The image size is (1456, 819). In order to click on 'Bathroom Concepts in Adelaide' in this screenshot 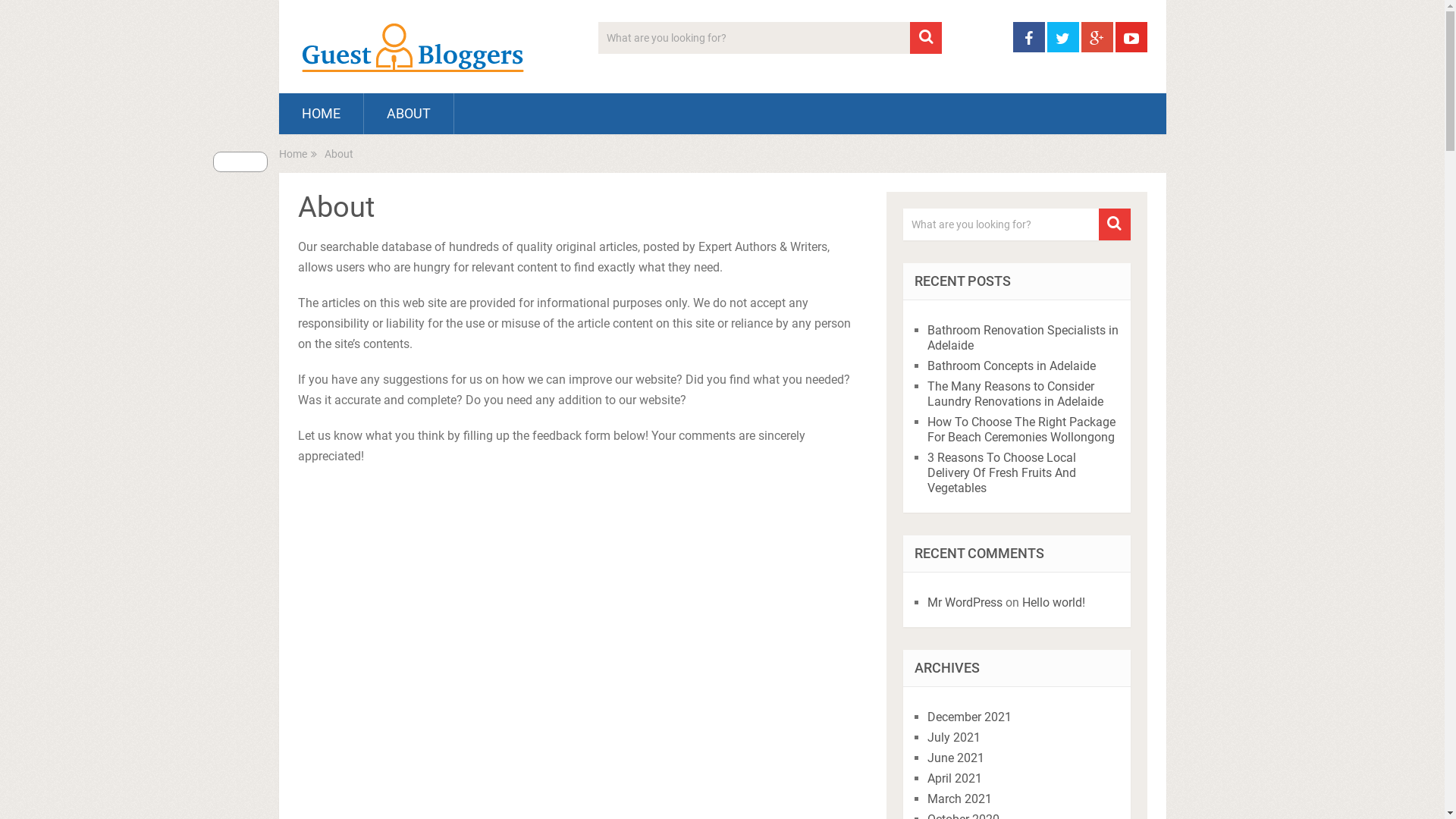, I will do `click(1012, 366)`.